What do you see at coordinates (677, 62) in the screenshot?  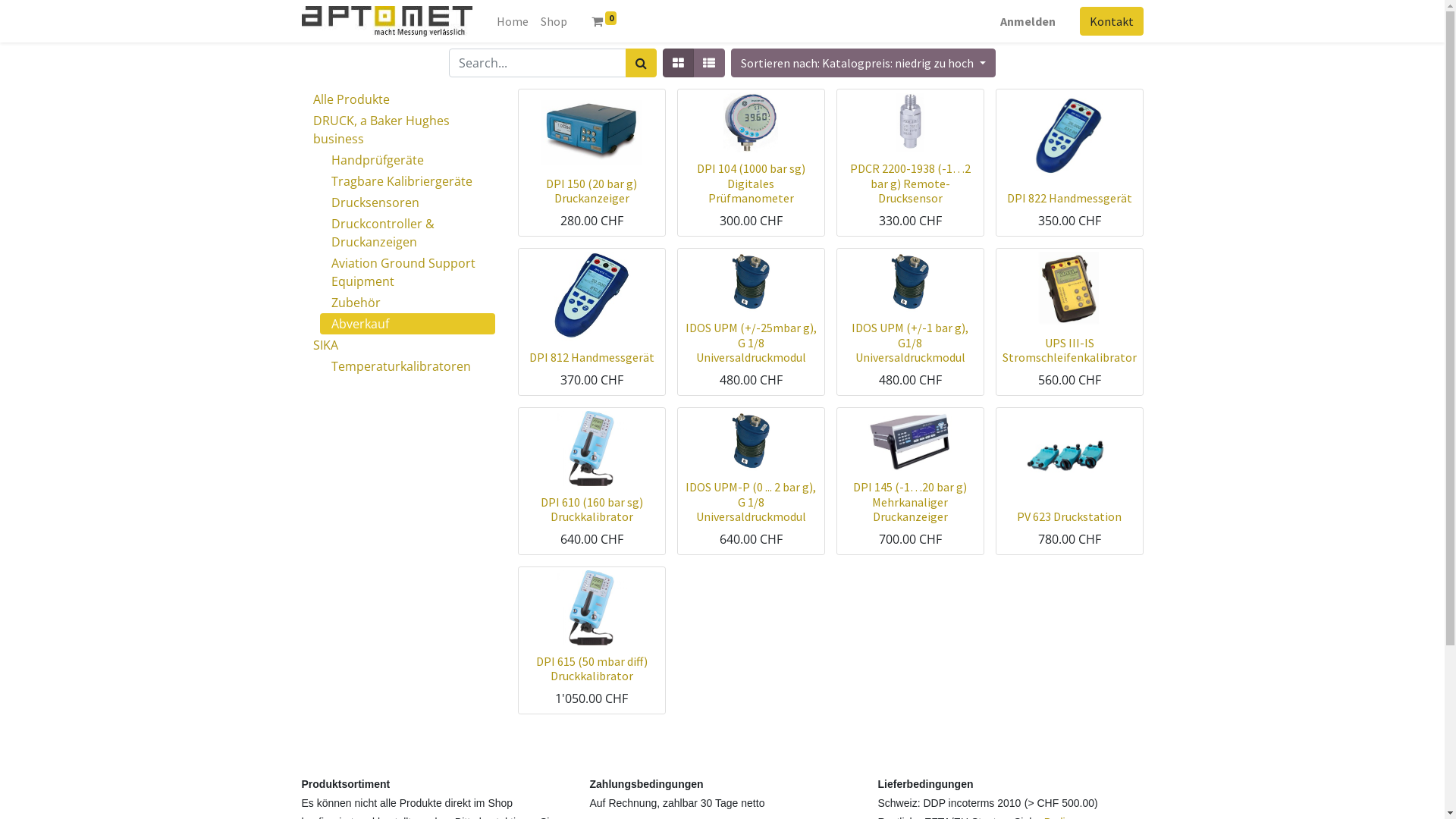 I see `'Gitter'` at bounding box center [677, 62].